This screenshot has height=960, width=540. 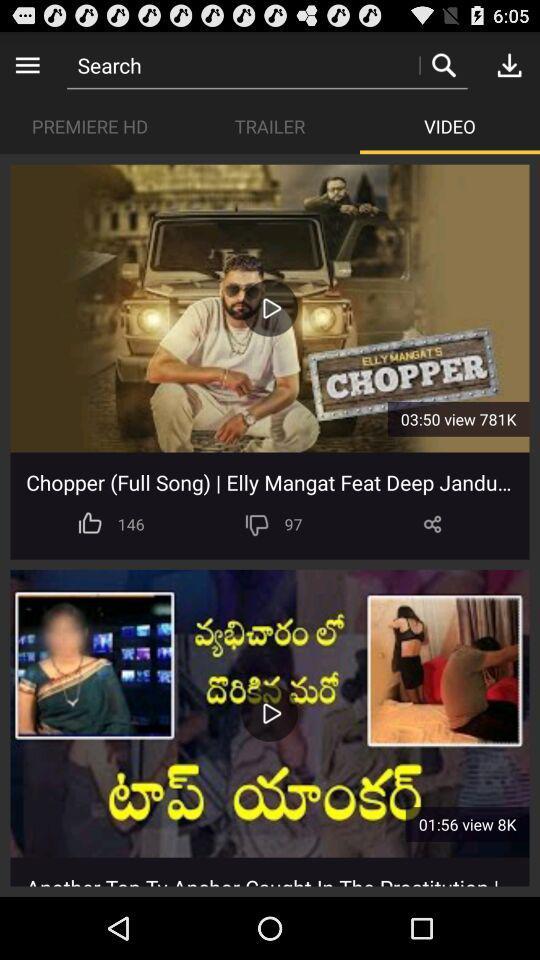 What do you see at coordinates (257, 523) in the screenshot?
I see `hit thumbs down` at bounding box center [257, 523].